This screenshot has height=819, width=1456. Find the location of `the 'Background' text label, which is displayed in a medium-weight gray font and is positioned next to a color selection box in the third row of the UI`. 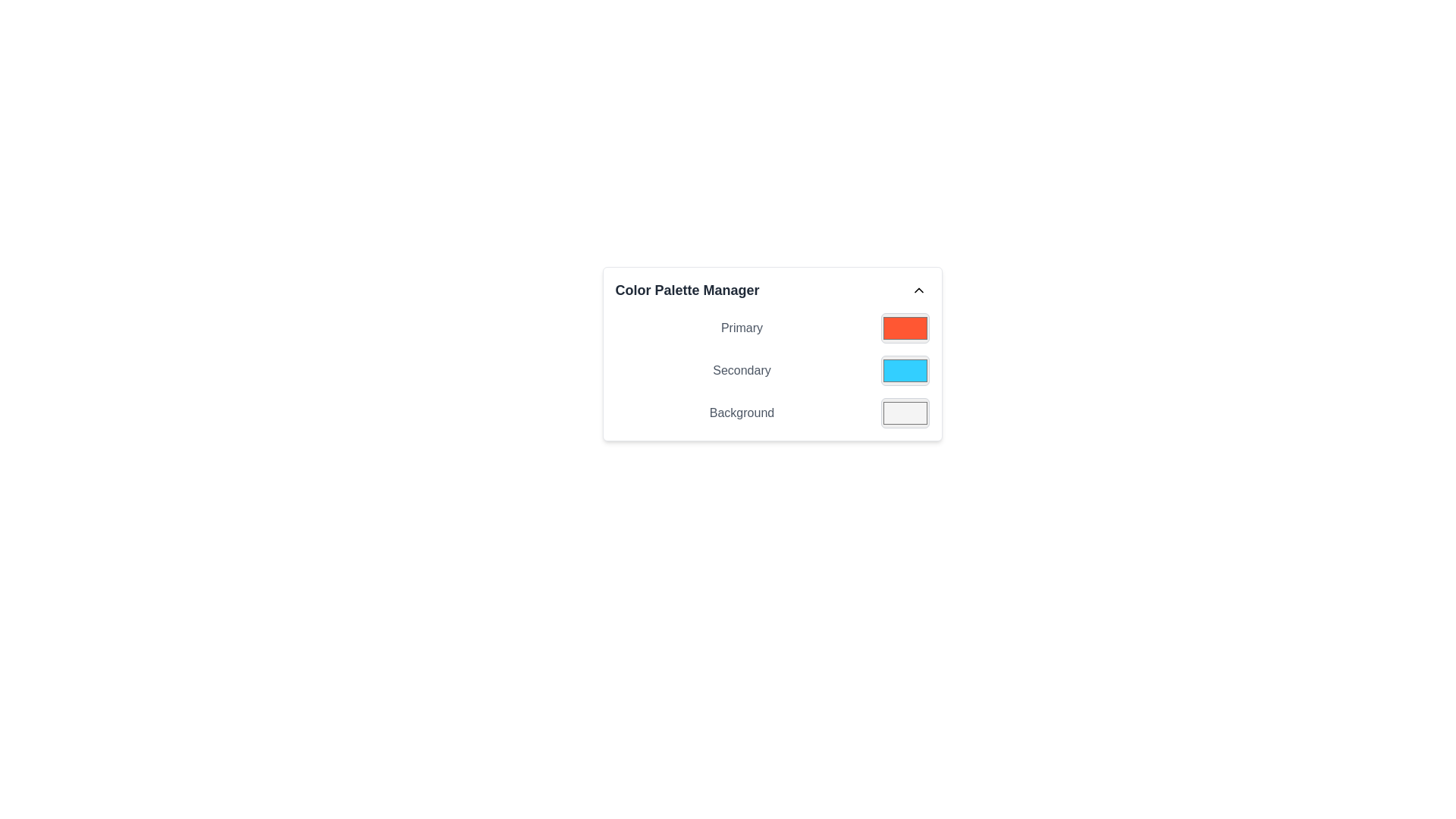

the 'Background' text label, which is displayed in a medium-weight gray font and is positioned next to a color selection box in the third row of the UI is located at coordinates (742, 413).